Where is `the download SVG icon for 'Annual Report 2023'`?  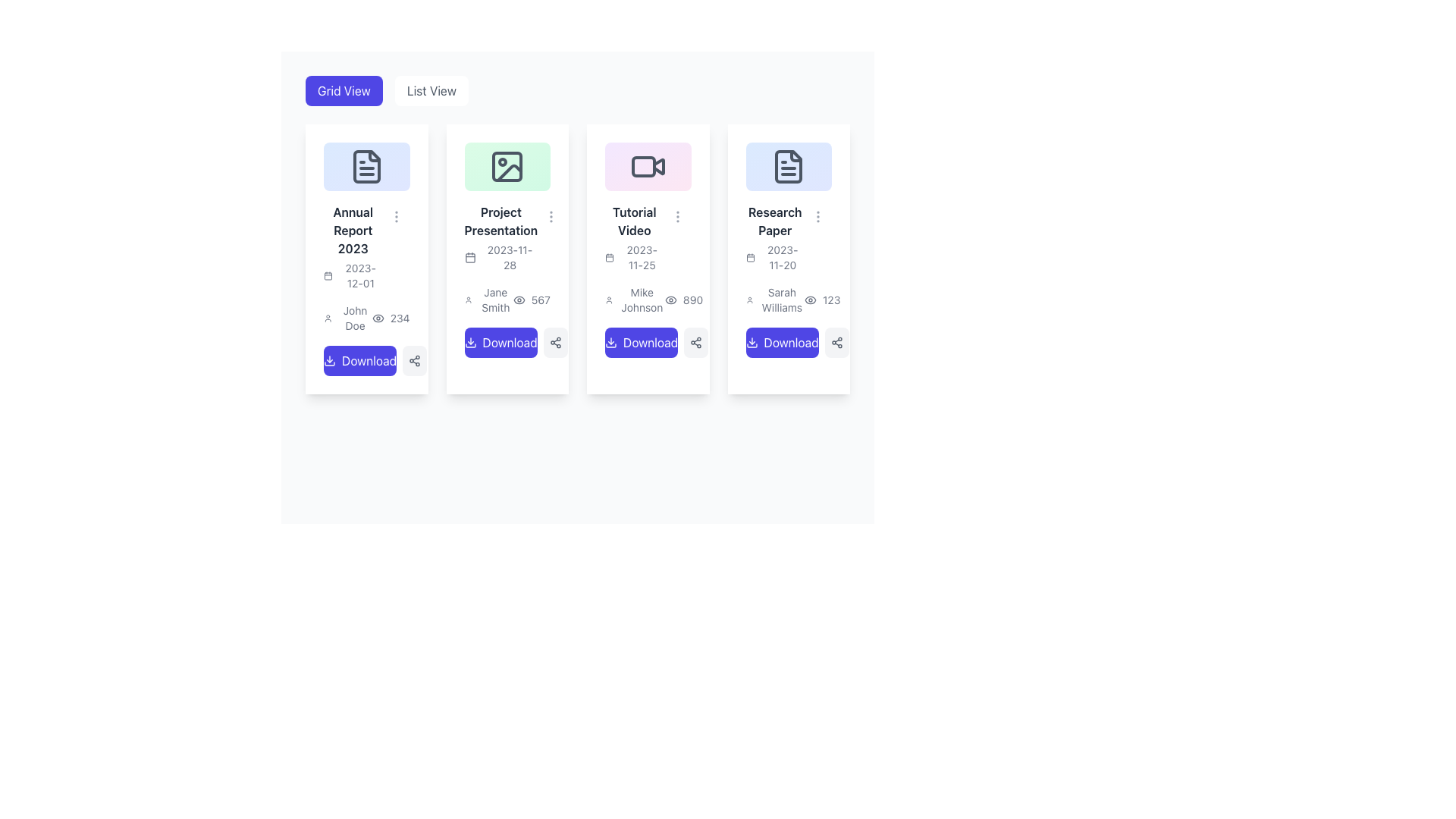 the download SVG icon for 'Annual Report 2023' is located at coordinates (329, 359).